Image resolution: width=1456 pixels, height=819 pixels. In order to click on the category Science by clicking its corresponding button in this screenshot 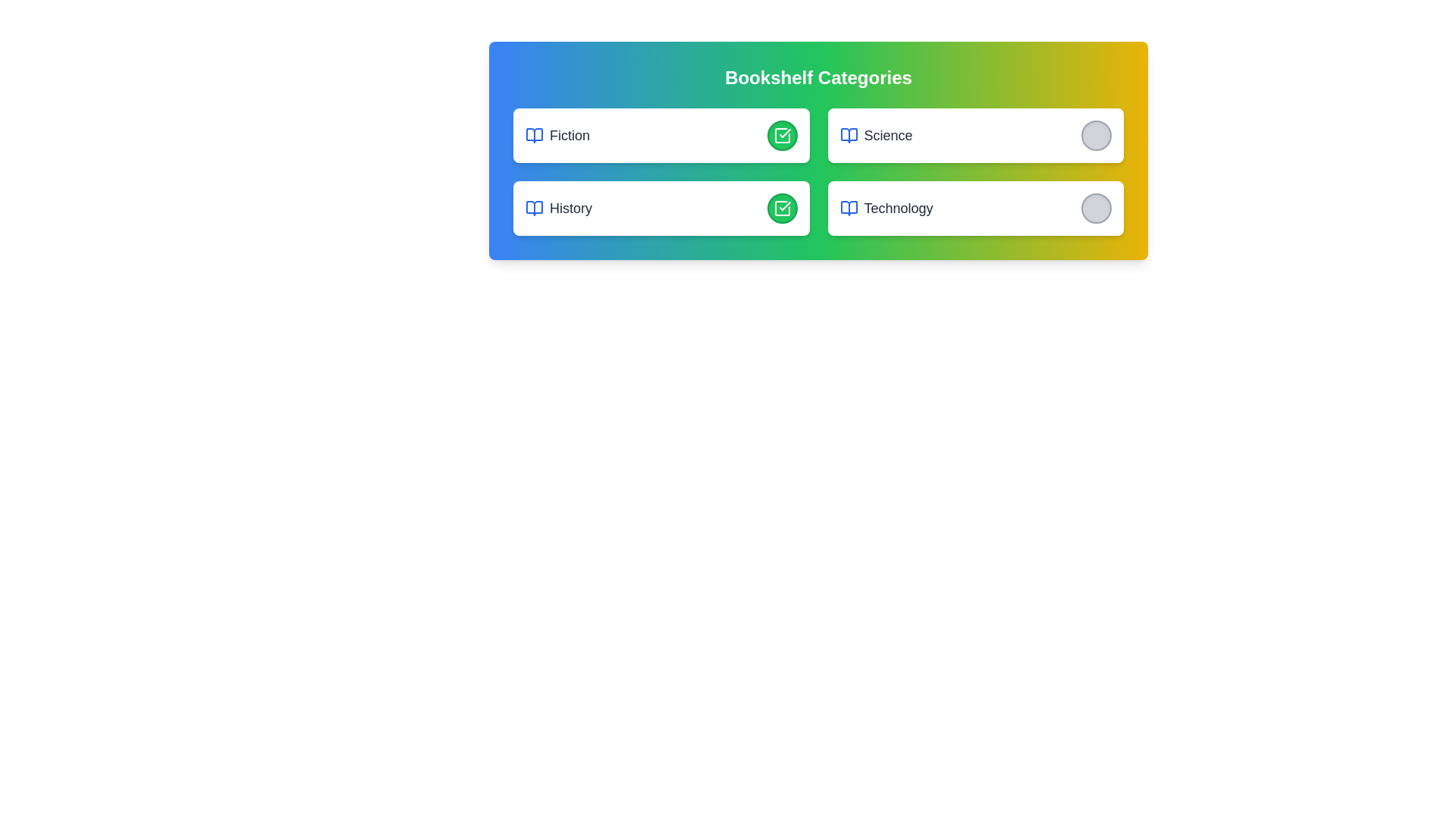, I will do `click(1096, 134)`.